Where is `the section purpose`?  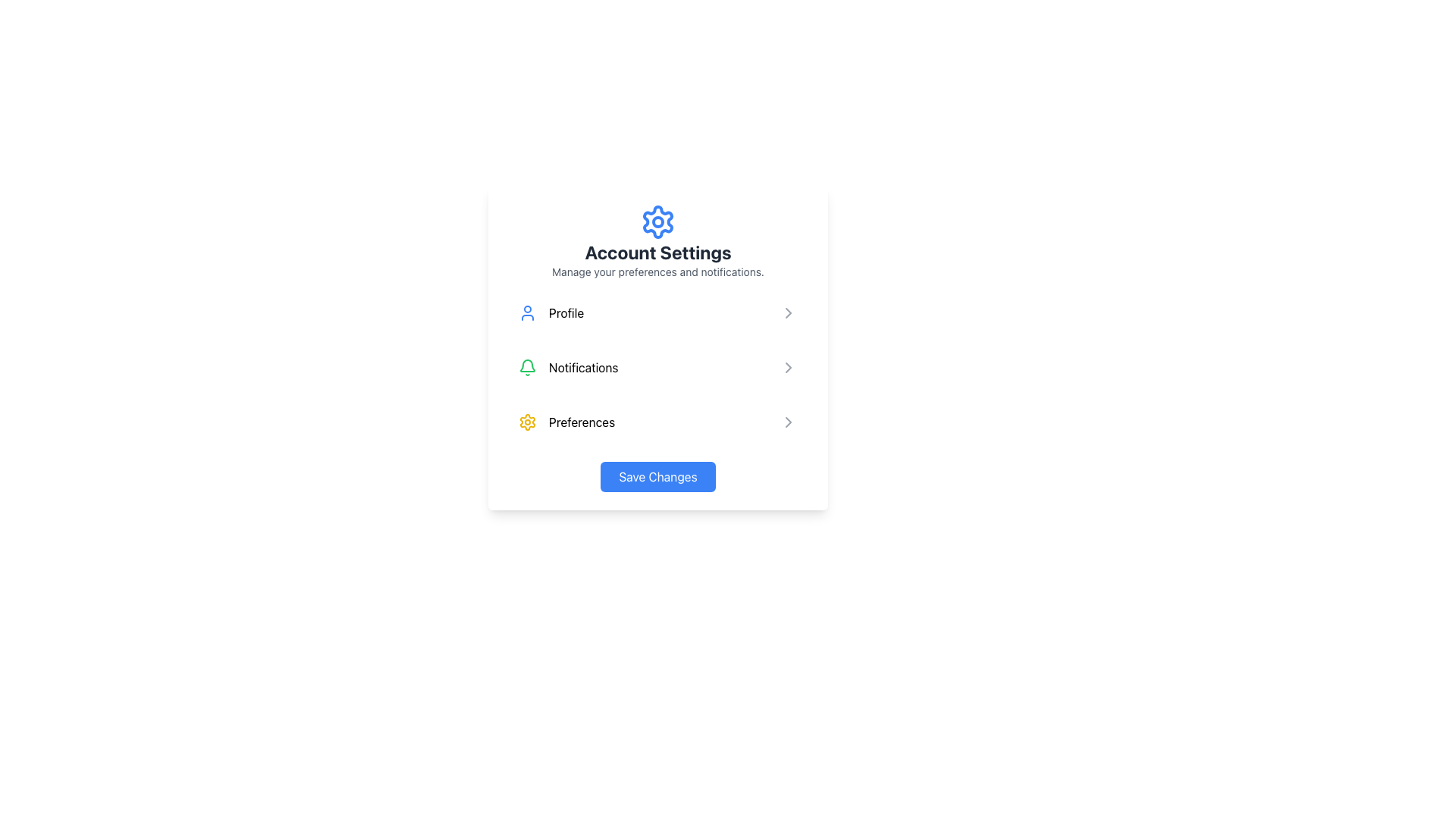 the section purpose is located at coordinates (658, 241).